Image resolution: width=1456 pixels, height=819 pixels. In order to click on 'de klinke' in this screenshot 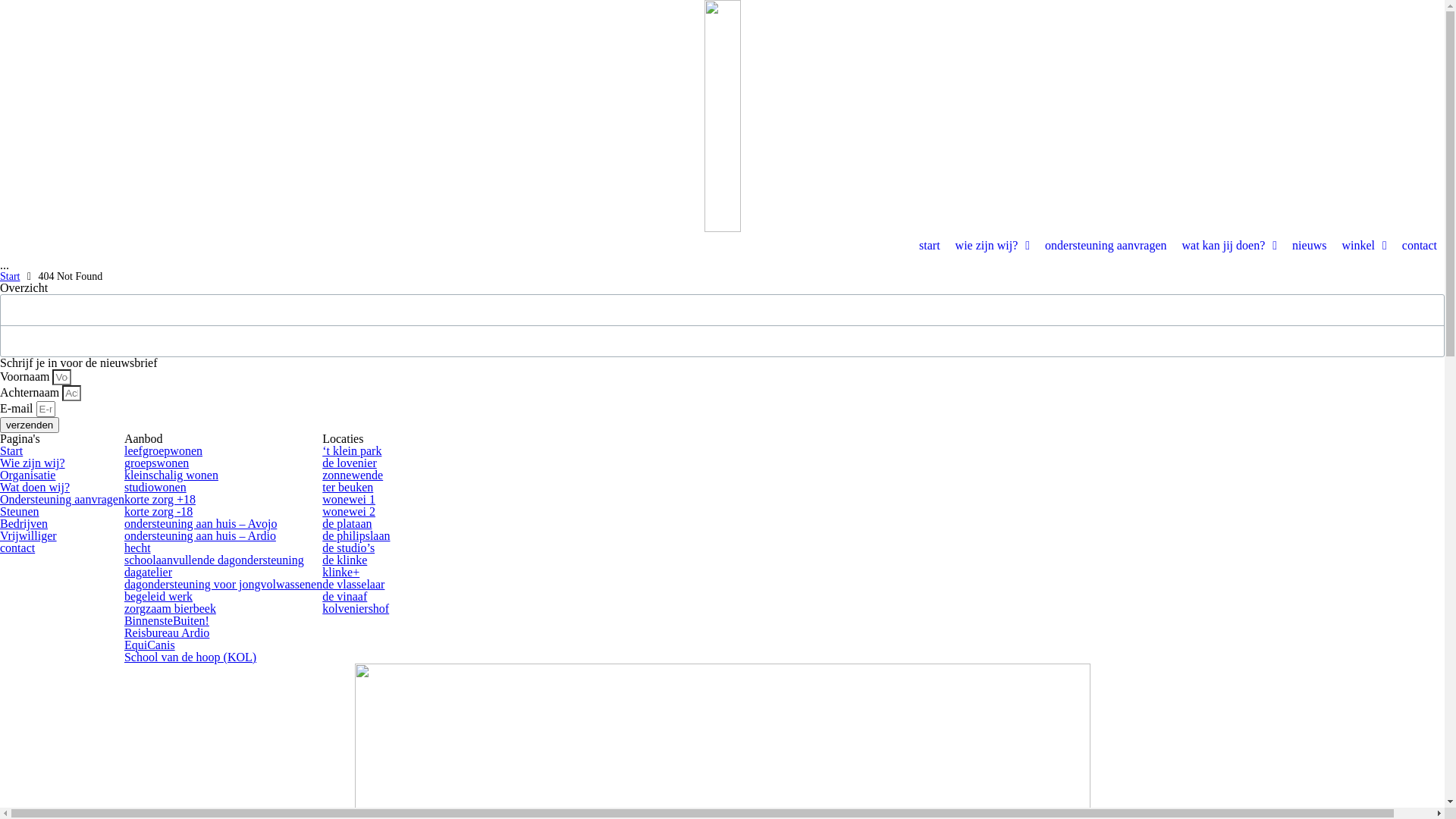, I will do `click(344, 560)`.